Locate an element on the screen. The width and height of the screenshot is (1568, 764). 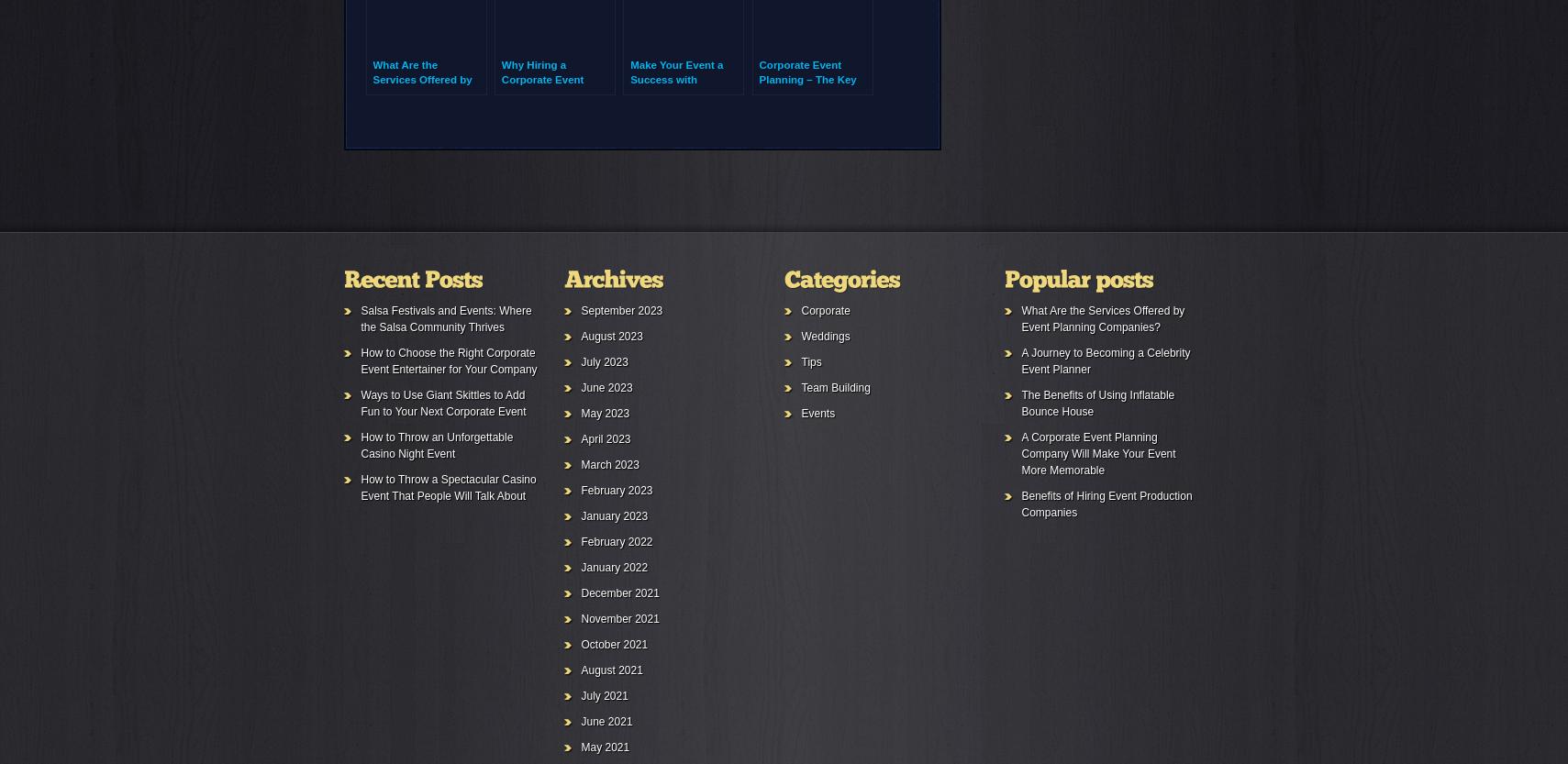
'March 2023' is located at coordinates (608, 464).